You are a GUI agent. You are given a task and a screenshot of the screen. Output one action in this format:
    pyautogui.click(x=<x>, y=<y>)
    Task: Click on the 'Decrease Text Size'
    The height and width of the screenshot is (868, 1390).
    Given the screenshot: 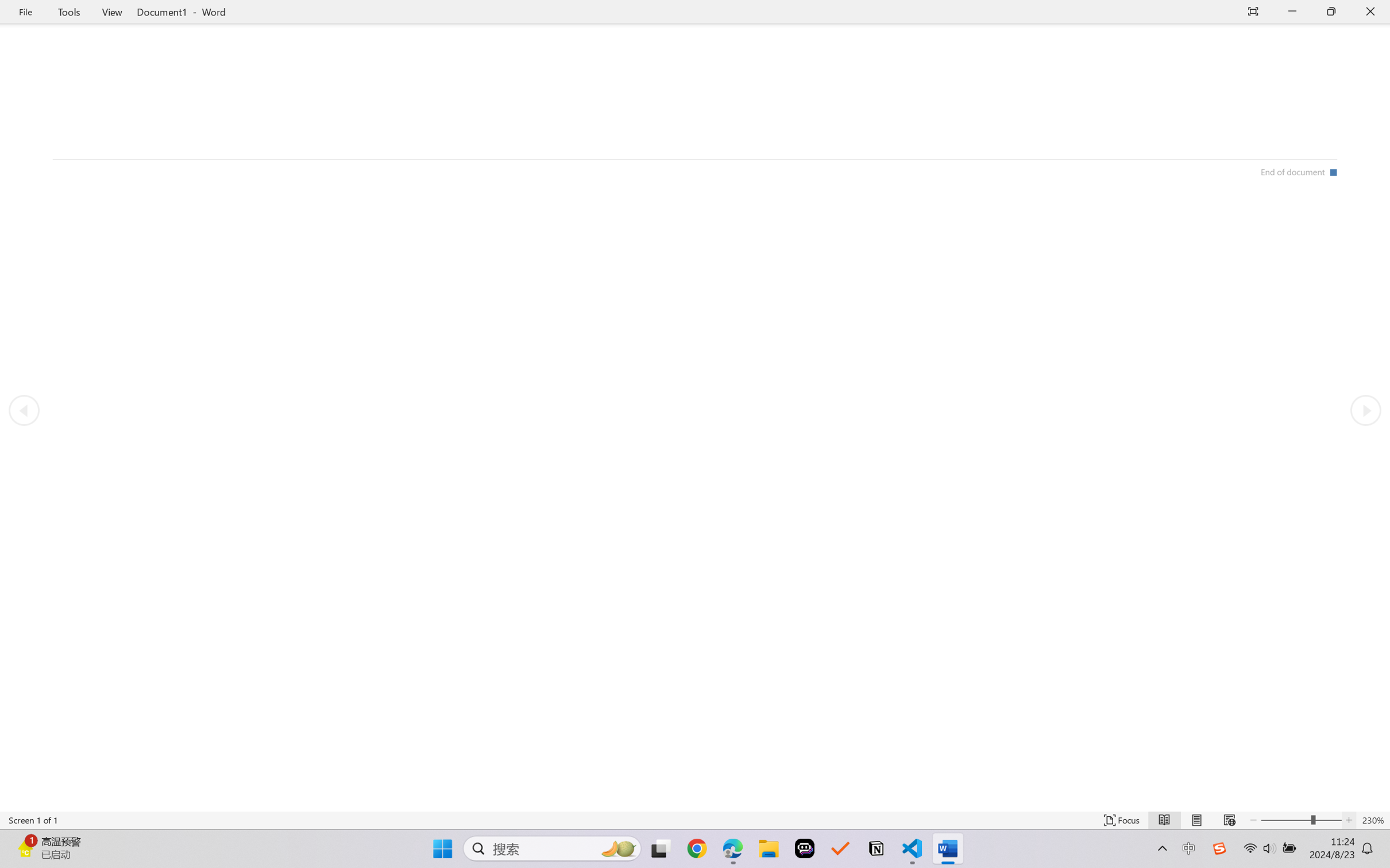 What is the action you would take?
    pyautogui.click(x=1253, y=820)
    